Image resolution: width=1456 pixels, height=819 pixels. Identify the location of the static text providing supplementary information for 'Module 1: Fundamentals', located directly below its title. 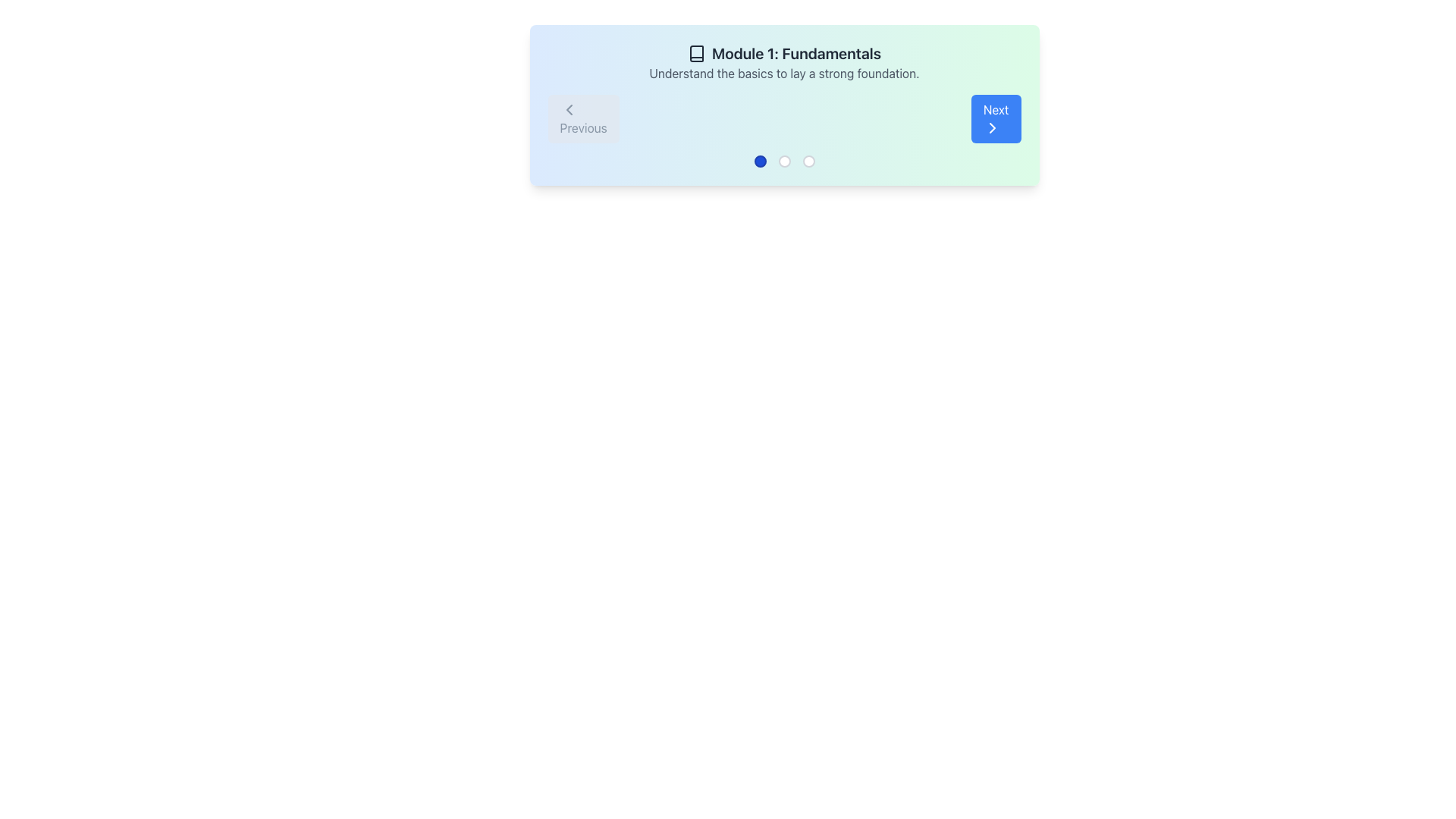
(784, 73).